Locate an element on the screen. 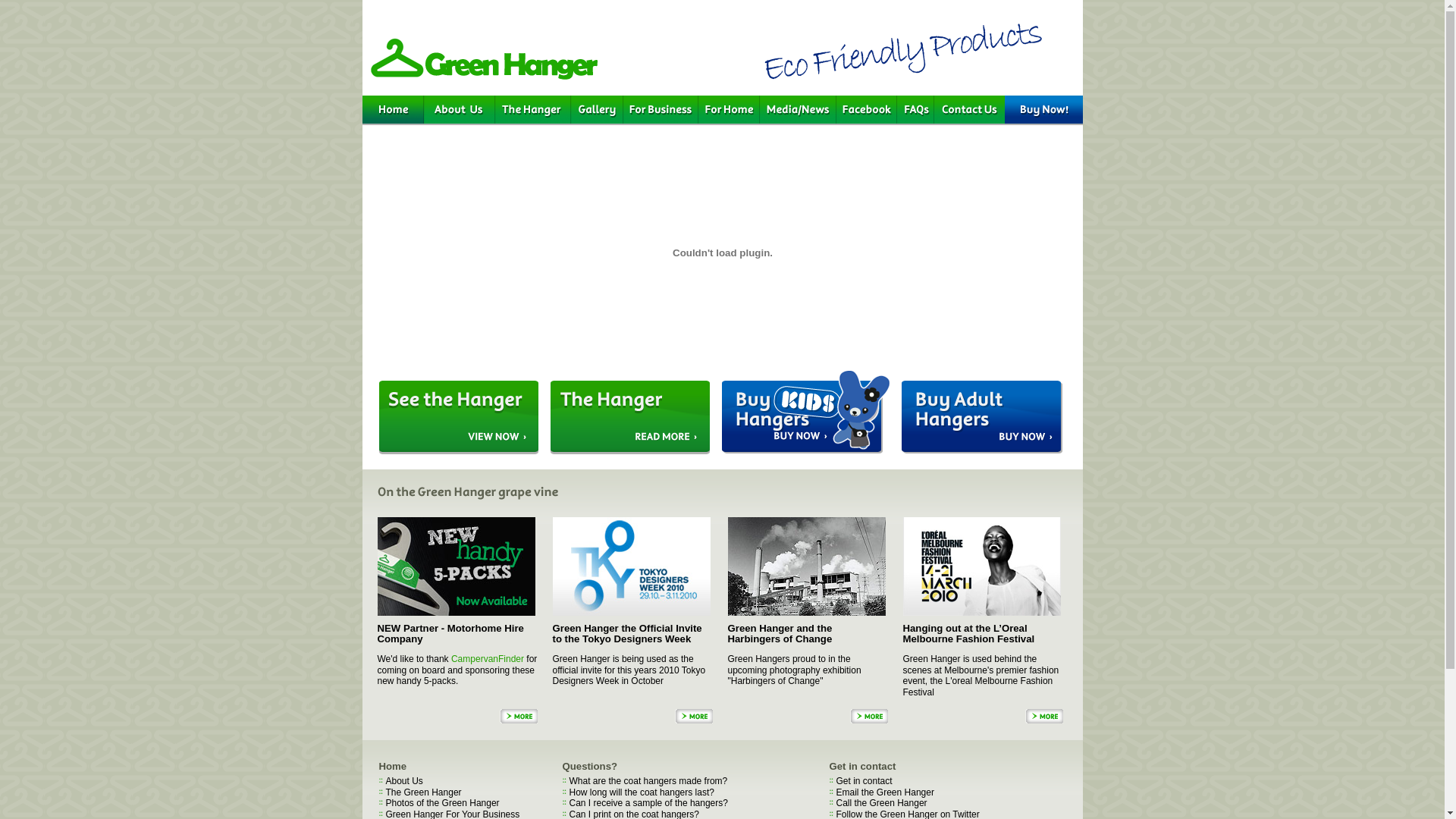 The image size is (1456, 819). 'Gallery' is located at coordinates (570, 109).